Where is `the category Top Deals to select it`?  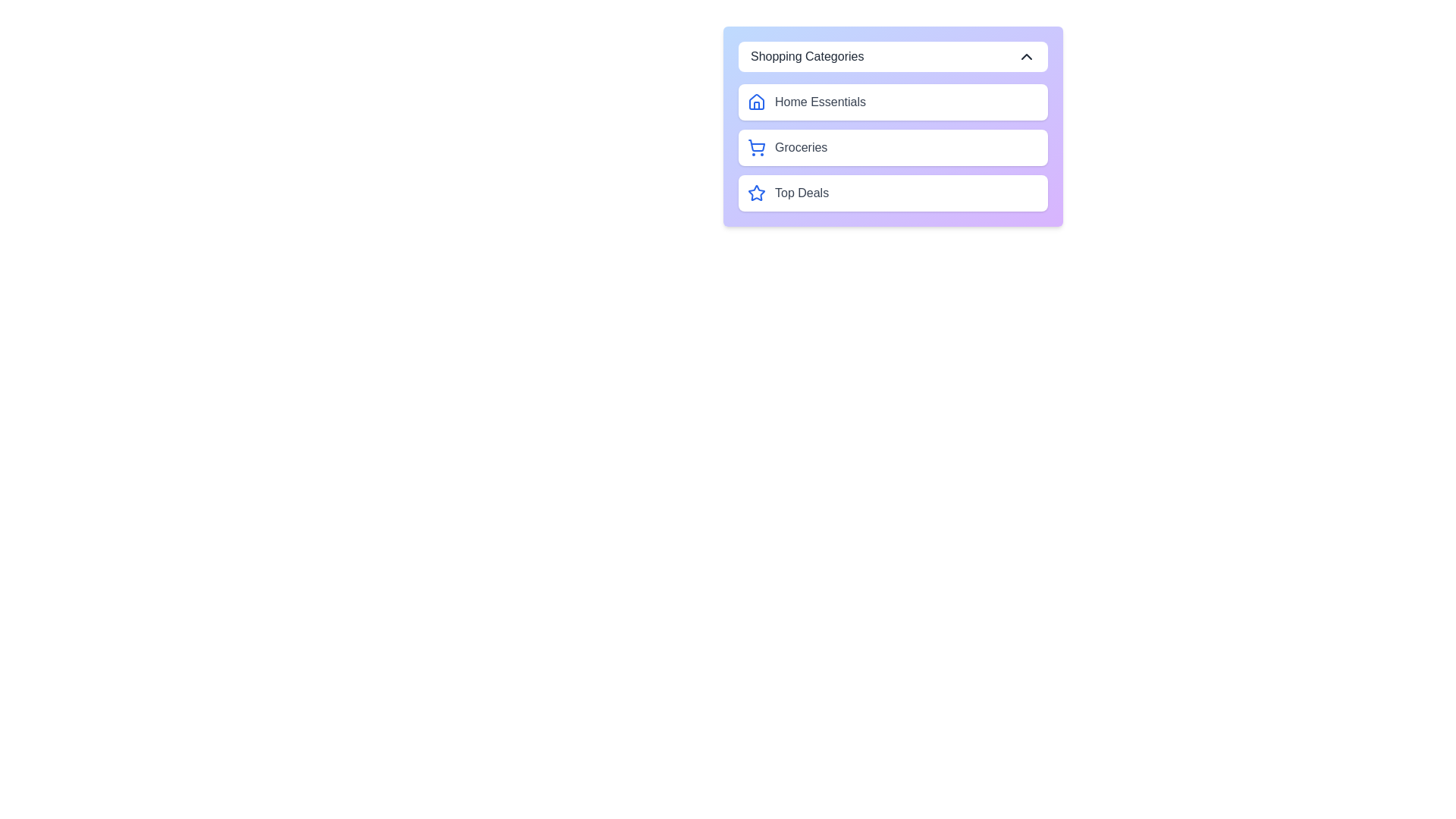 the category Top Deals to select it is located at coordinates (893, 192).